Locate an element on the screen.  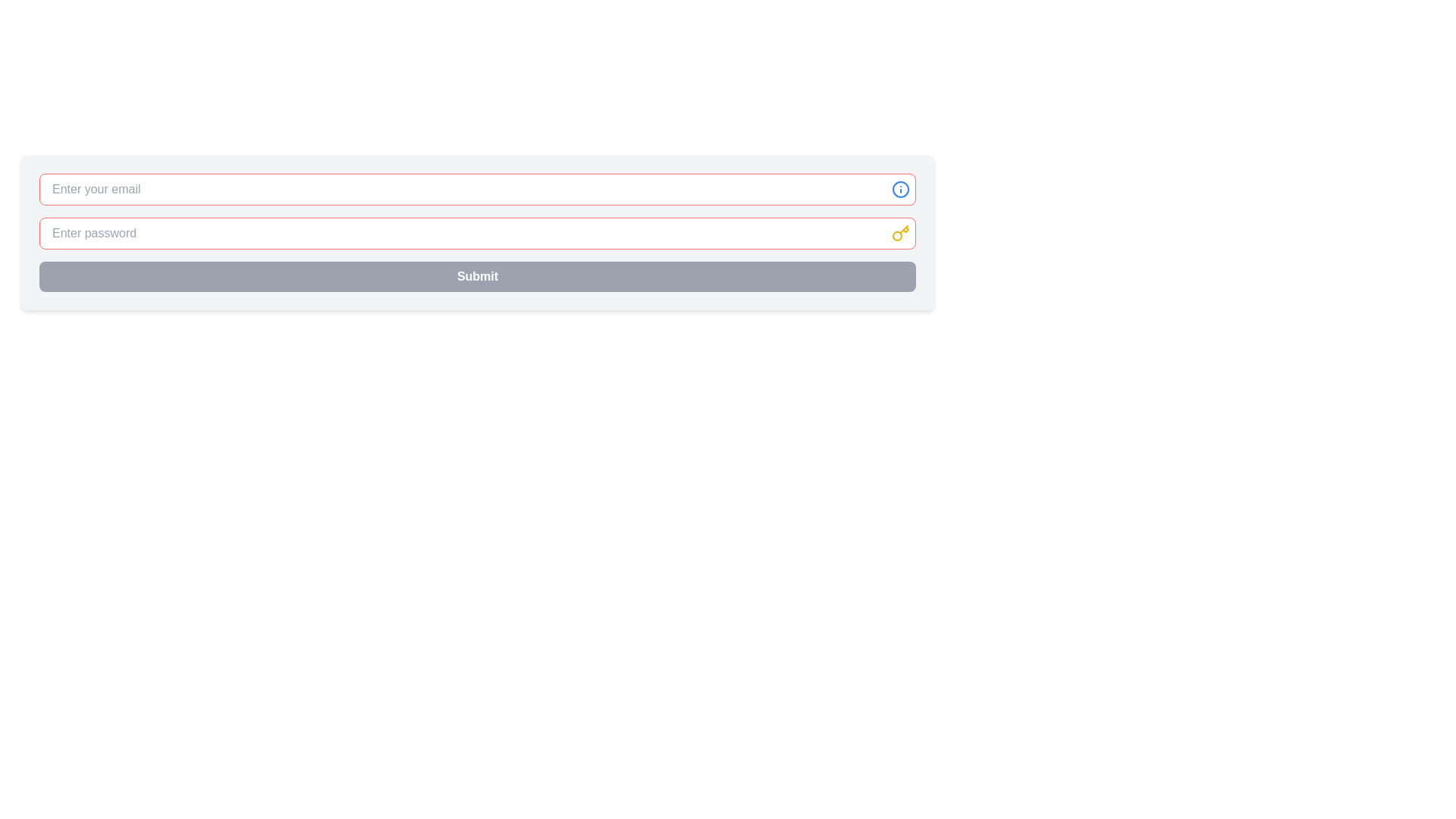
the email input field, which is the first input form field located above the password input box, to focus on it is located at coordinates (476, 189).